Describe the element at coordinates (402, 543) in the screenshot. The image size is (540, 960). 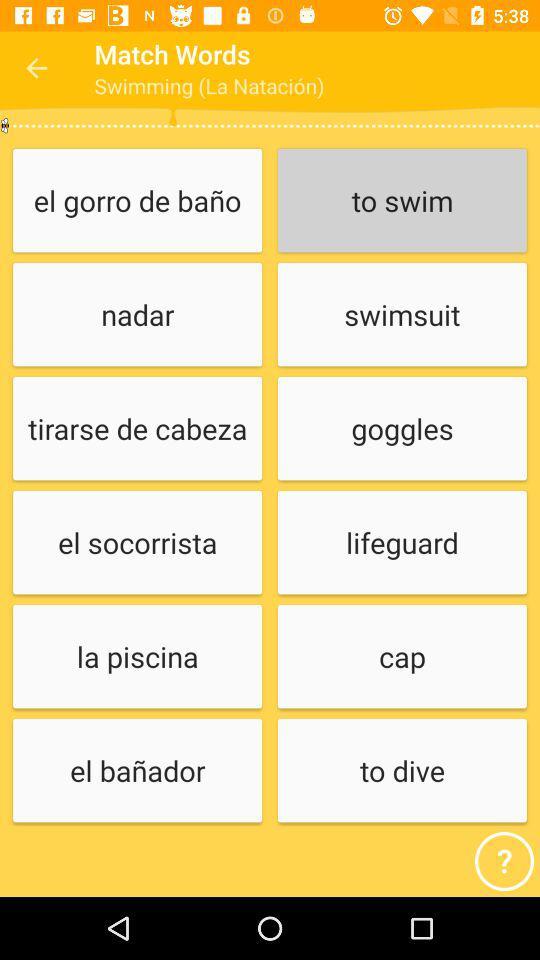
I see `icon below the goggles` at that location.